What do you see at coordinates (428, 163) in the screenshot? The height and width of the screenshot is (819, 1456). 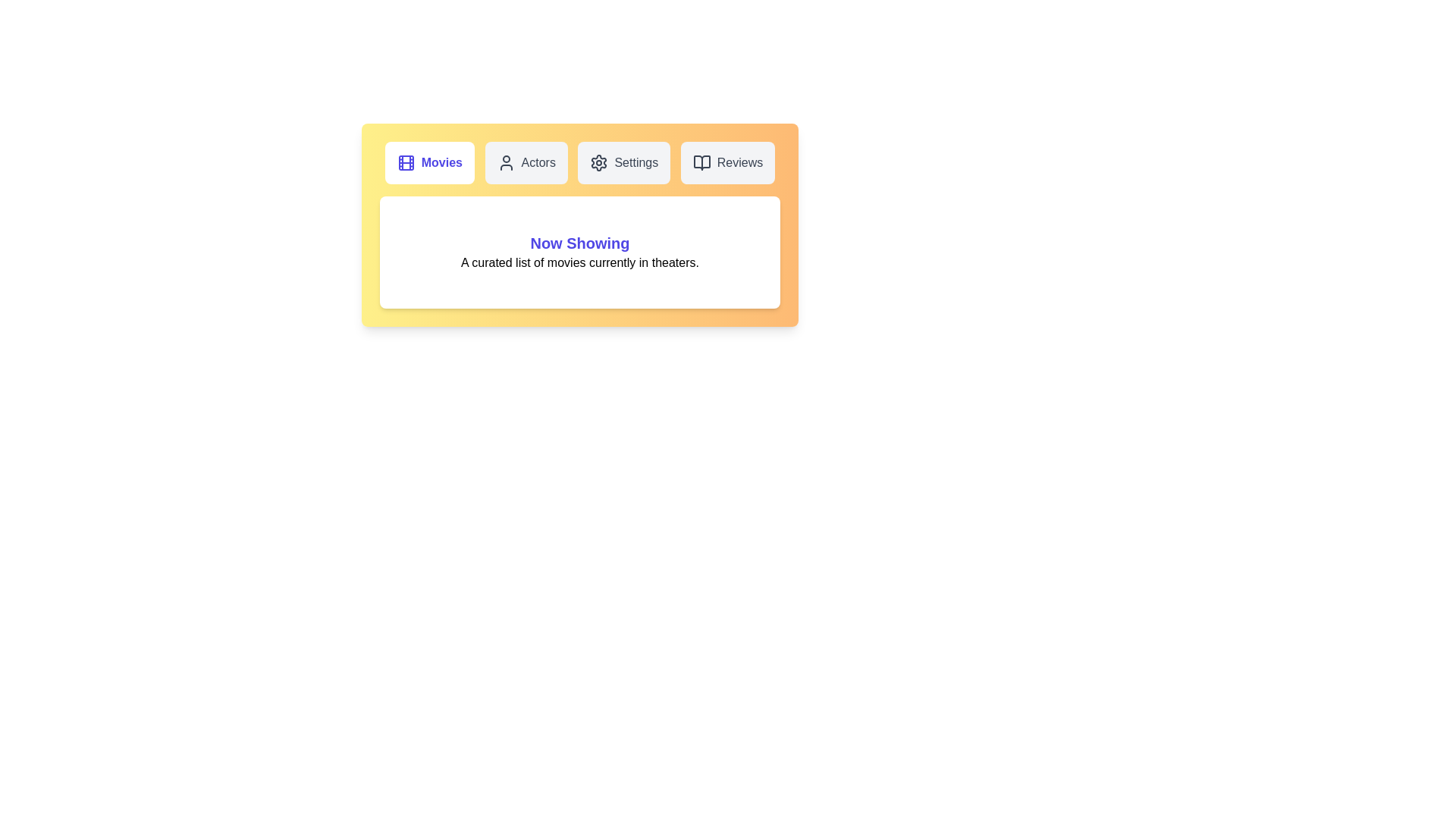 I see `the tab labeled Movies to preview its interaction` at bounding box center [428, 163].